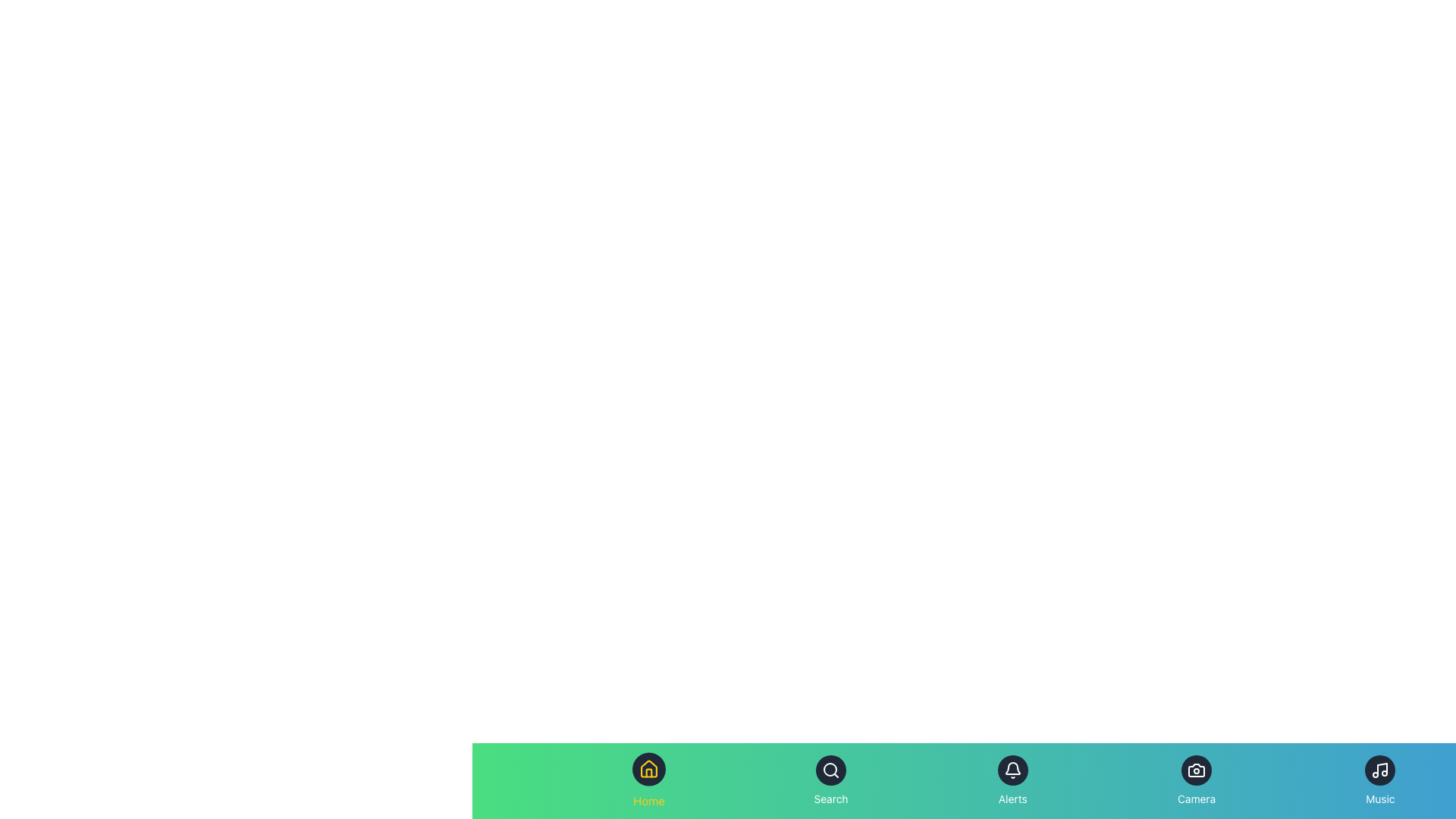 This screenshot has height=819, width=1456. What do you see at coordinates (829, 769) in the screenshot?
I see `the SVG circle that visually represents the search icon, located at the center of the magnifying glass icon in the bottom navigation bar` at bounding box center [829, 769].